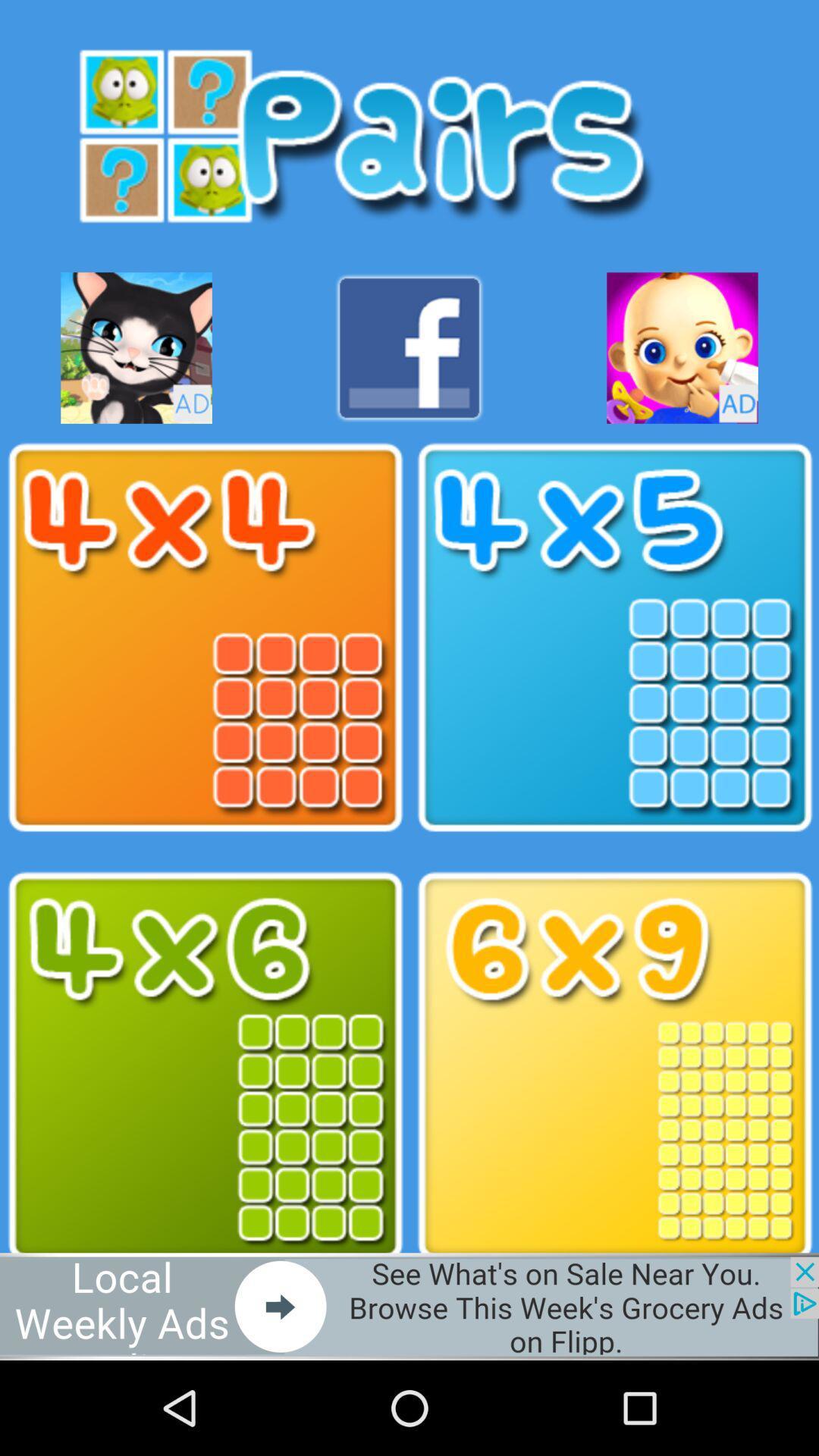 The height and width of the screenshot is (1456, 819). Describe the element at coordinates (409, 347) in the screenshot. I see `facebook page` at that location.